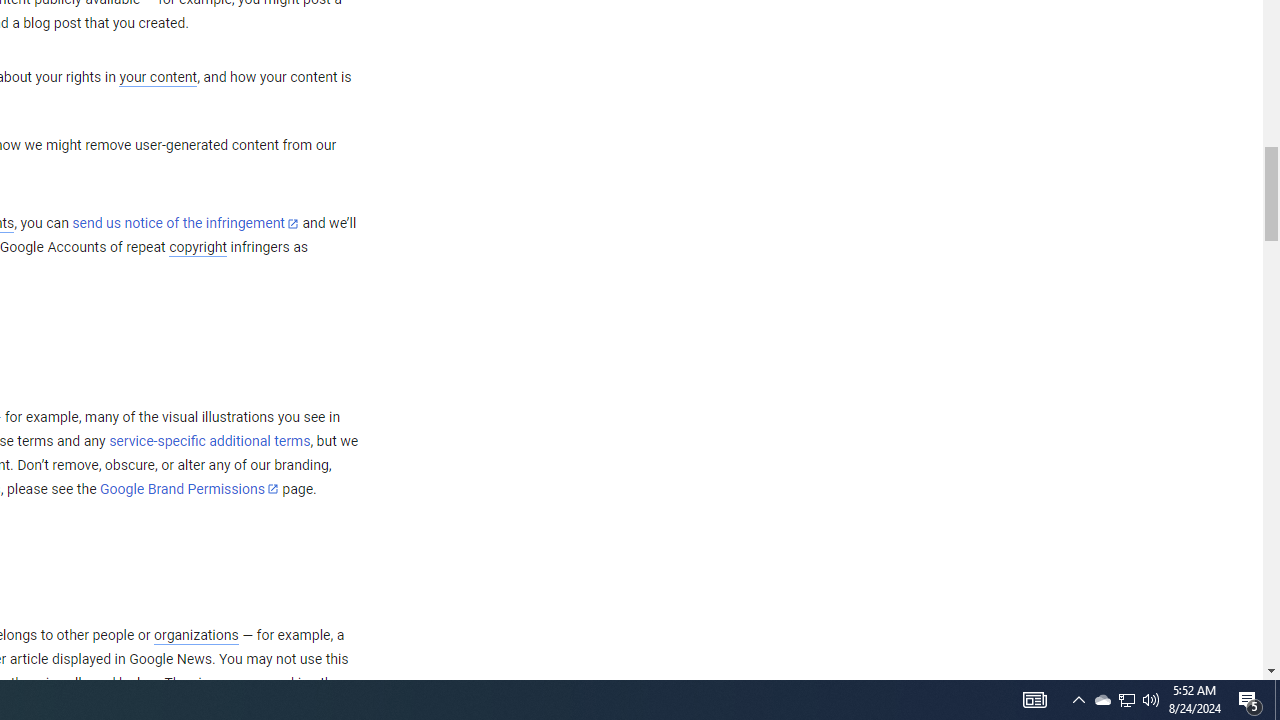  I want to click on 'send us notice of the infringement', so click(185, 224).